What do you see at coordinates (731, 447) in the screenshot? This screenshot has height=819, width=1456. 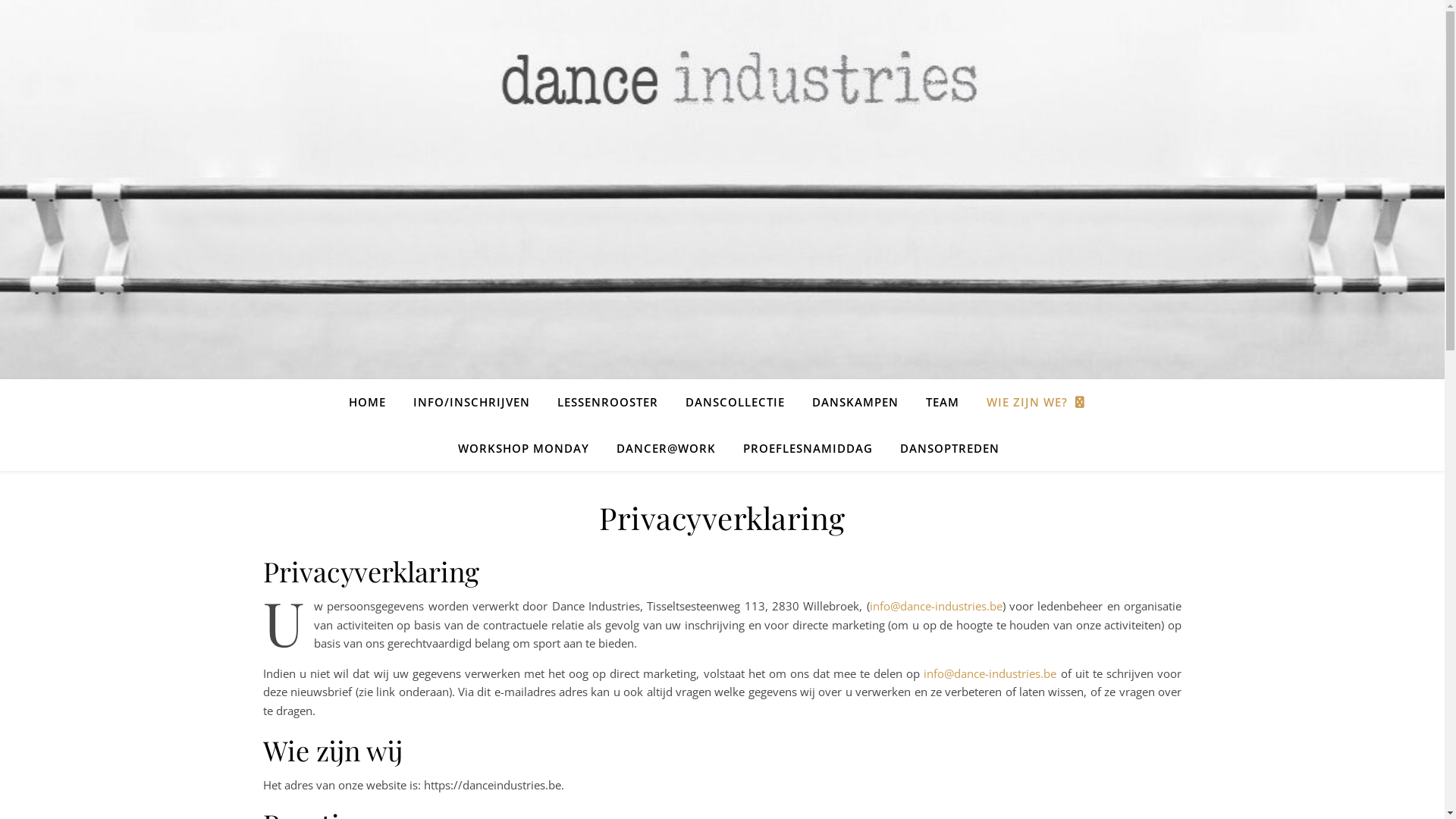 I see `'PROEFLESNAMIDDAG'` at bounding box center [731, 447].